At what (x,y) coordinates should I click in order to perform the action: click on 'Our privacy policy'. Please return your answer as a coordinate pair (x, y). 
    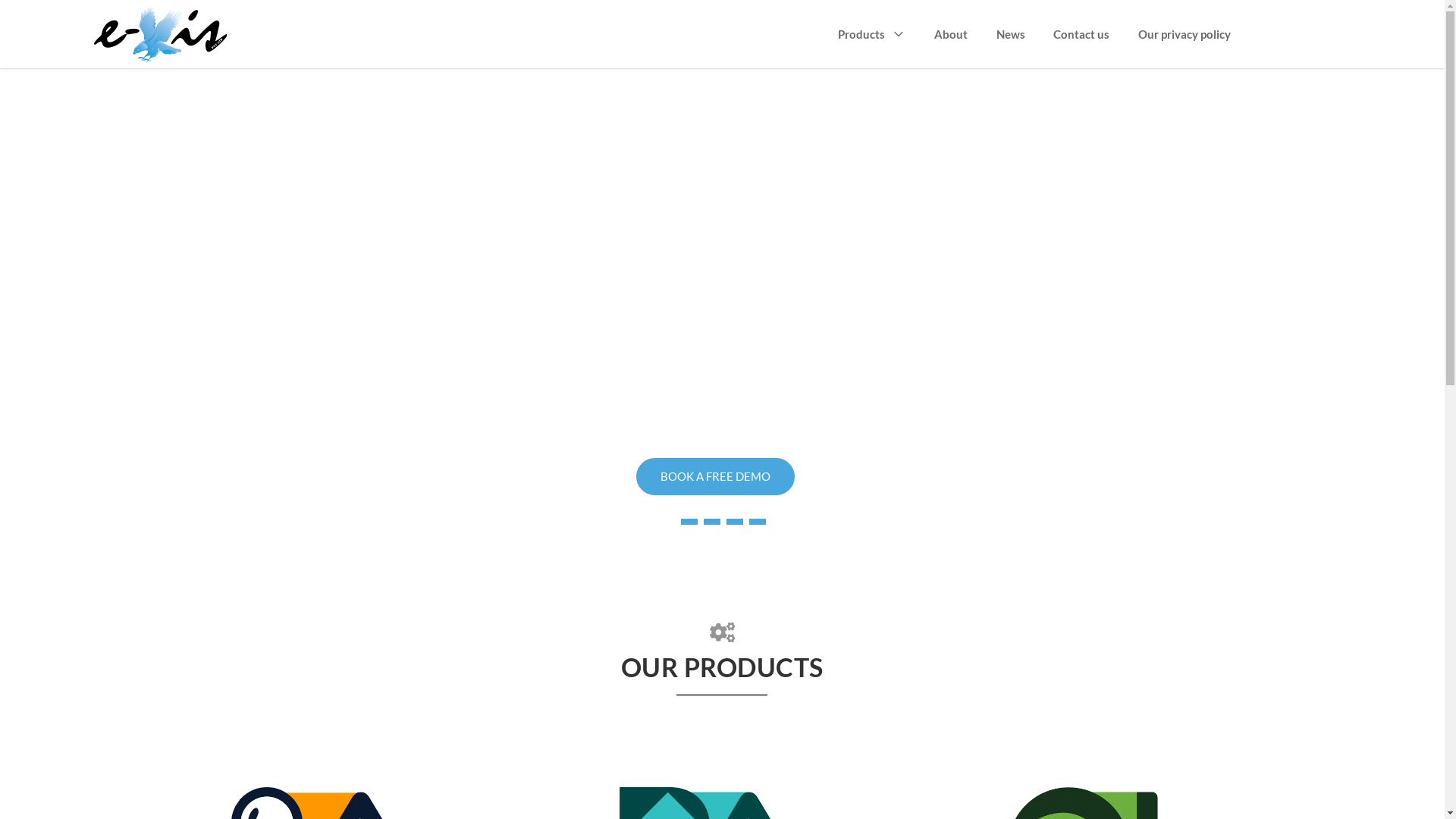
    Looking at the image, I should click on (1138, 34).